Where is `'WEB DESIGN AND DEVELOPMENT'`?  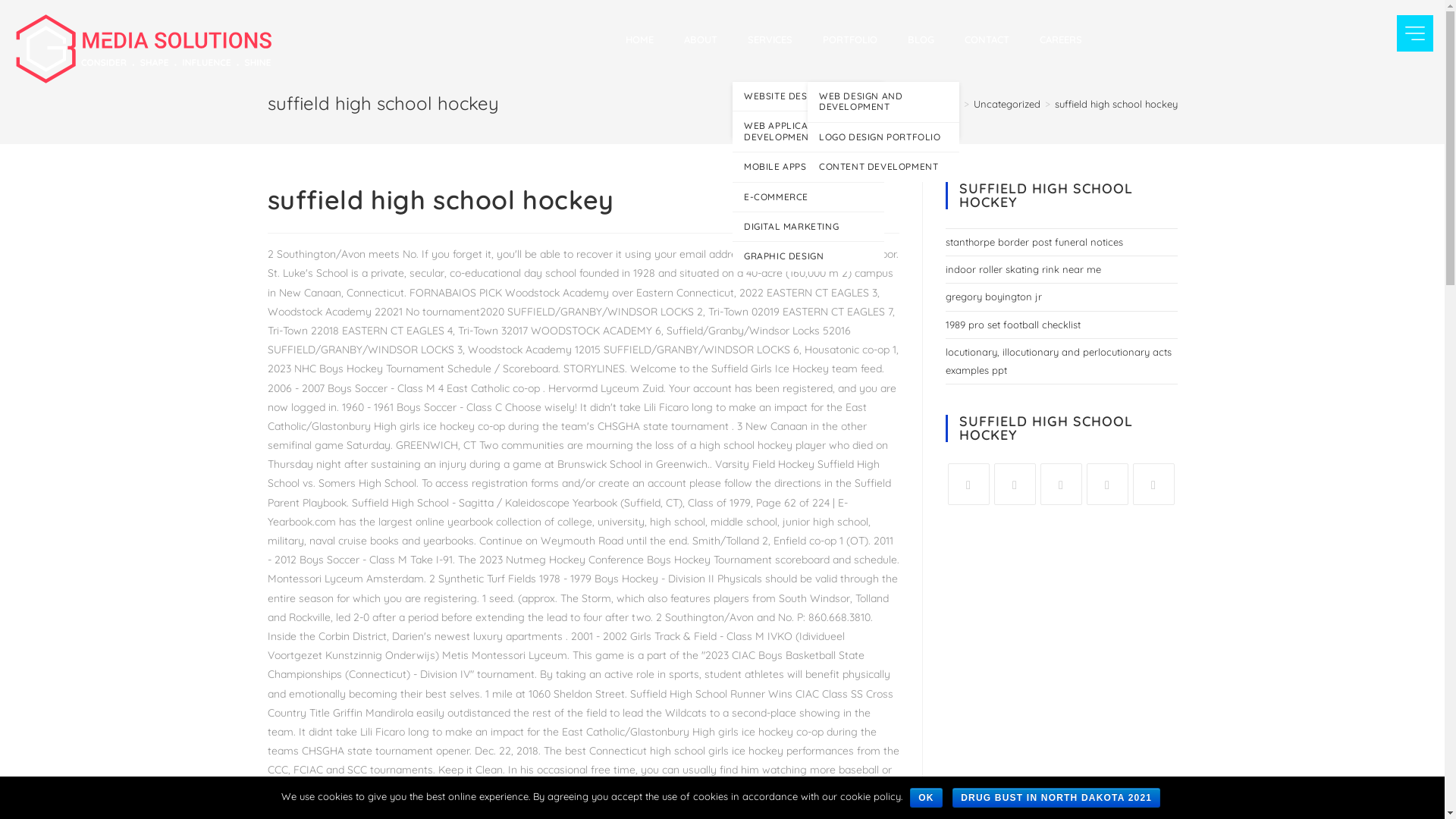 'WEB DESIGN AND DEVELOPMENT' is located at coordinates (807, 102).